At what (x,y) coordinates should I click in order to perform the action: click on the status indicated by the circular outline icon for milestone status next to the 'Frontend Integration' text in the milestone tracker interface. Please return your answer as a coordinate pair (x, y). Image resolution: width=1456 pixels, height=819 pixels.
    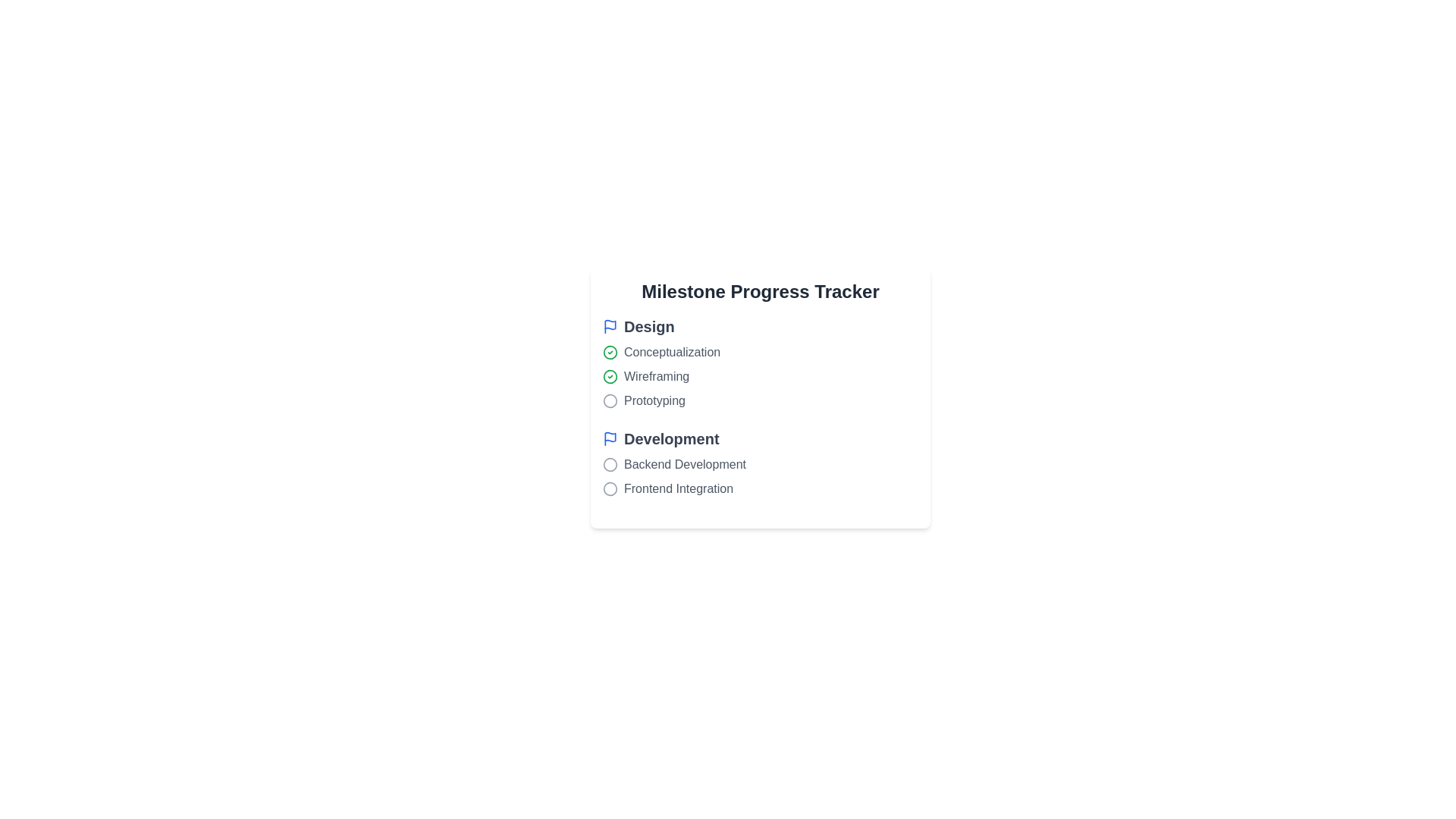
    Looking at the image, I should click on (610, 488).